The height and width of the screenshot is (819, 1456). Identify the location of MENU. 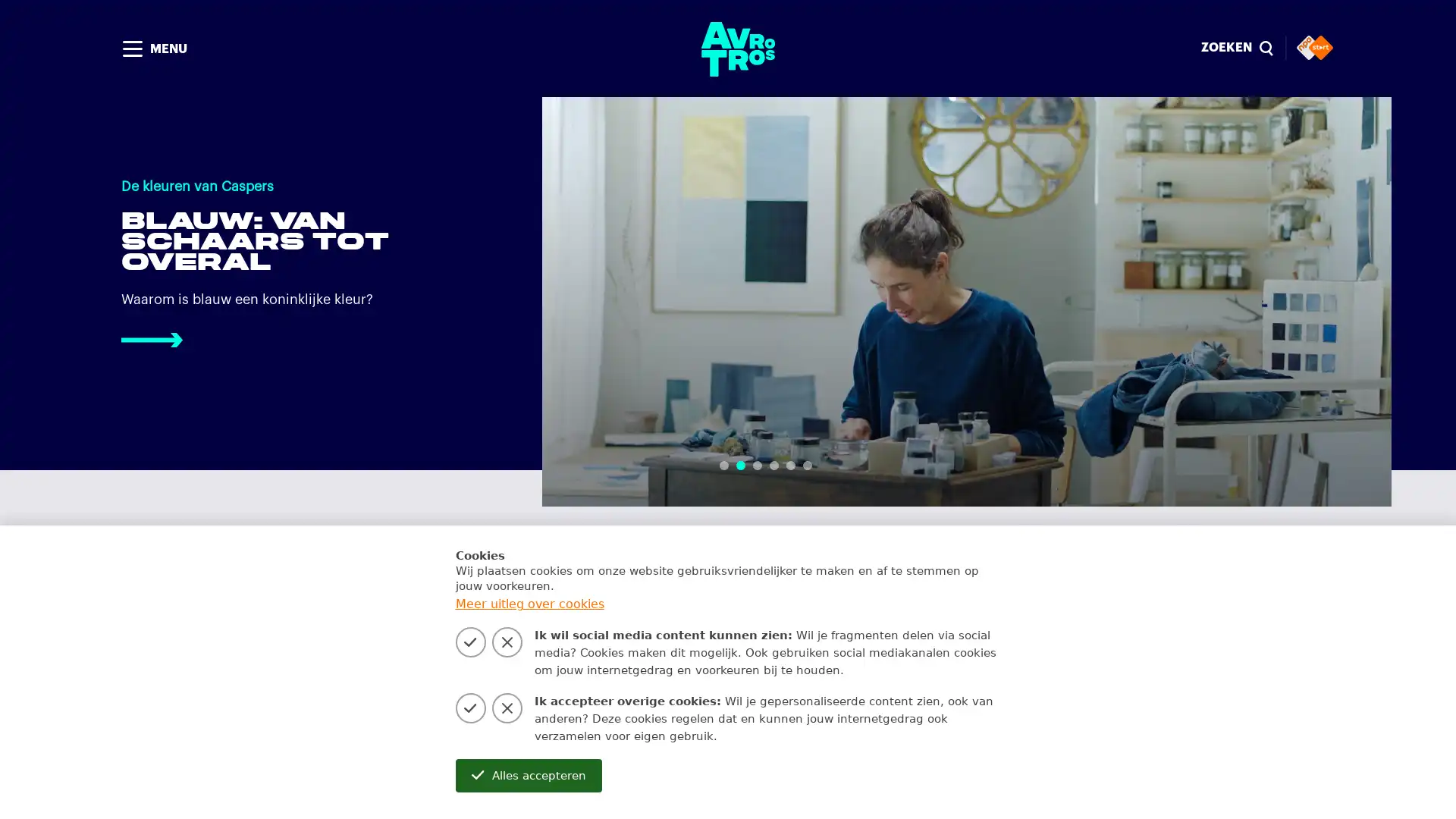
(153, 48).